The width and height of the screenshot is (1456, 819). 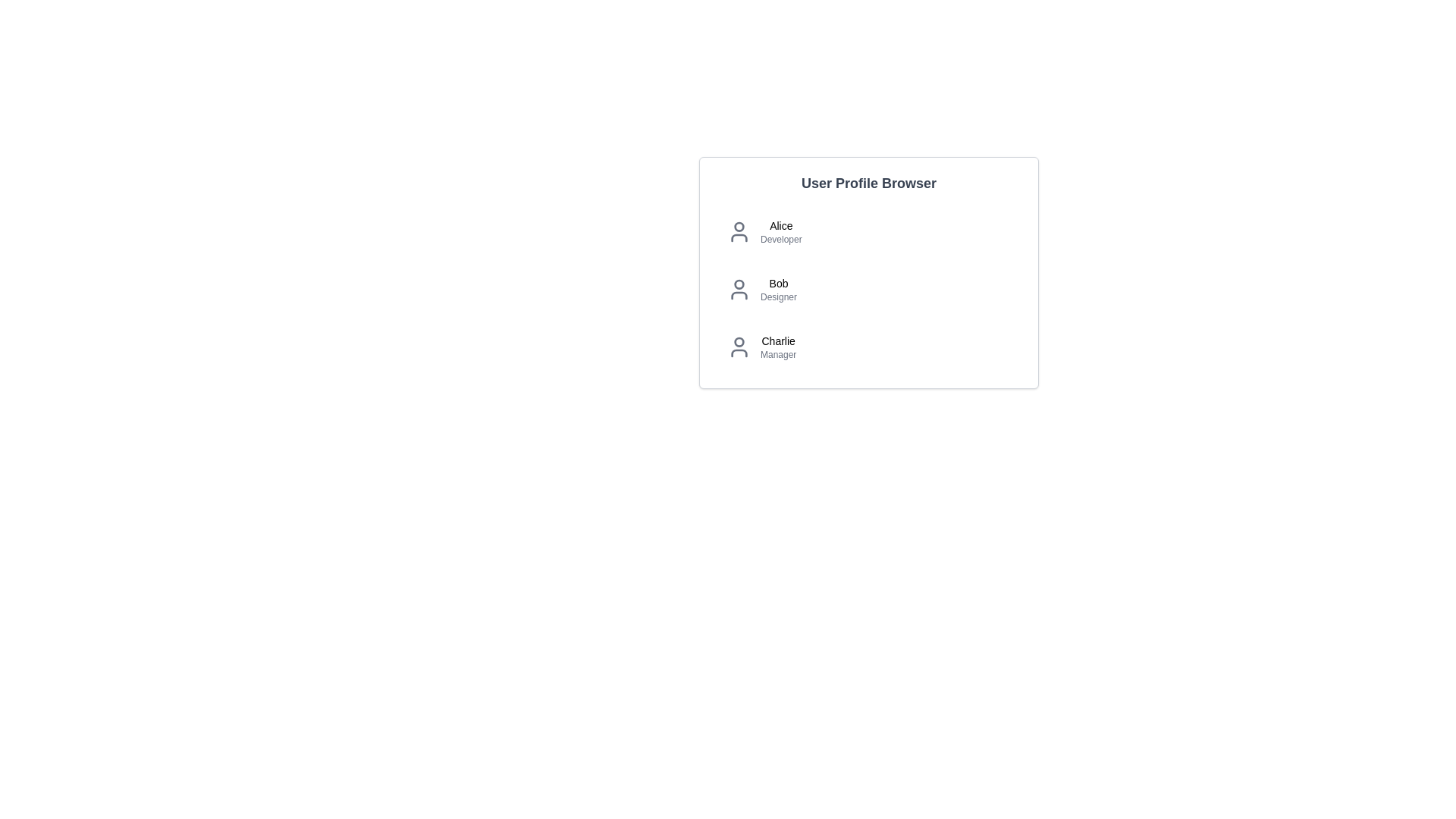 I want to click on the lower part of the avatar icon representing user 'Charlie', who has the role 'Manager', in the User Profile Browser, so click(x=739, y=353).